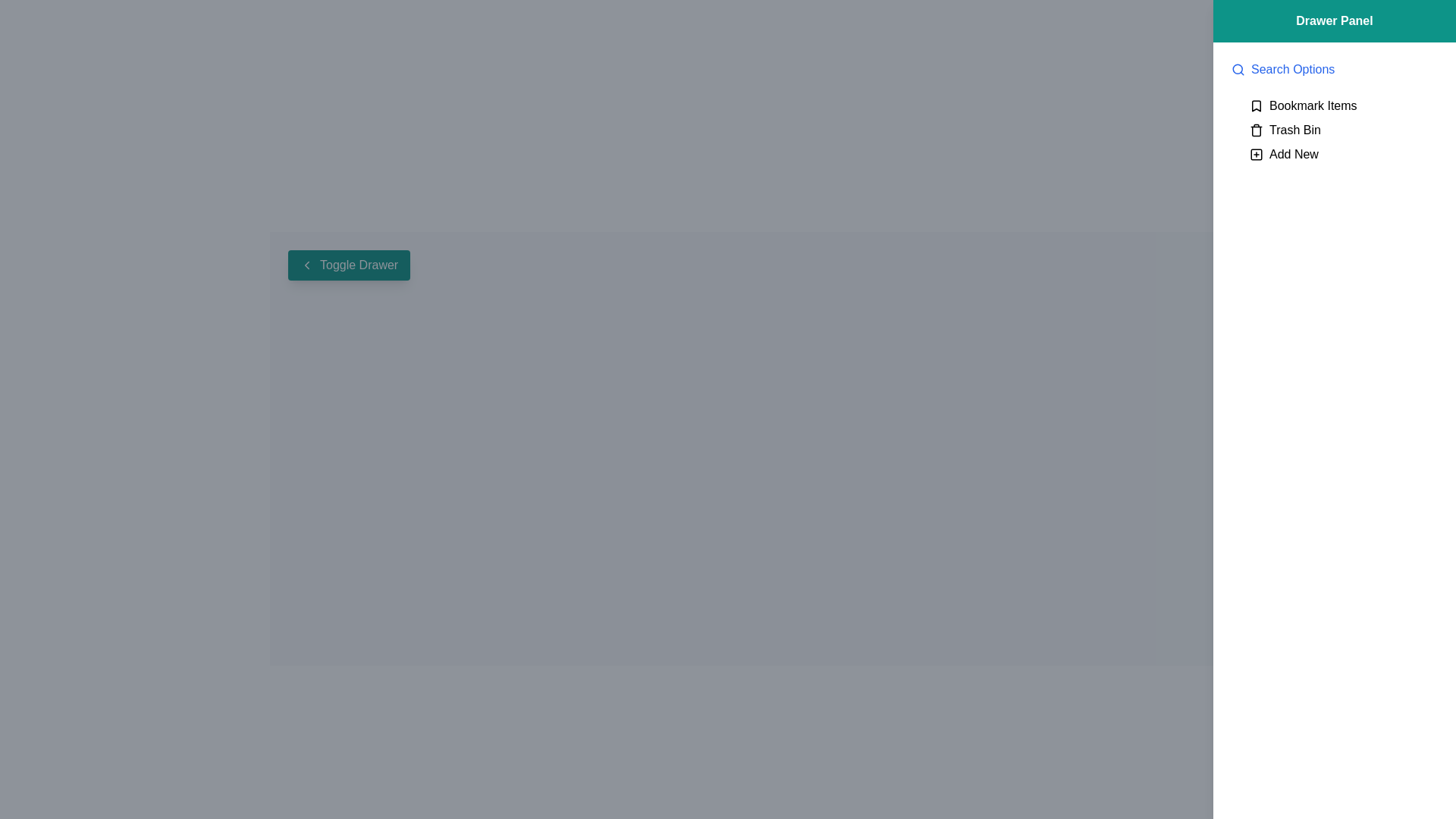  I want to click on the text label that says 'Drawer Panel', which is styled with a bold white font on a teal background, located at the top-right corner of the interface, so click(1335, 20).